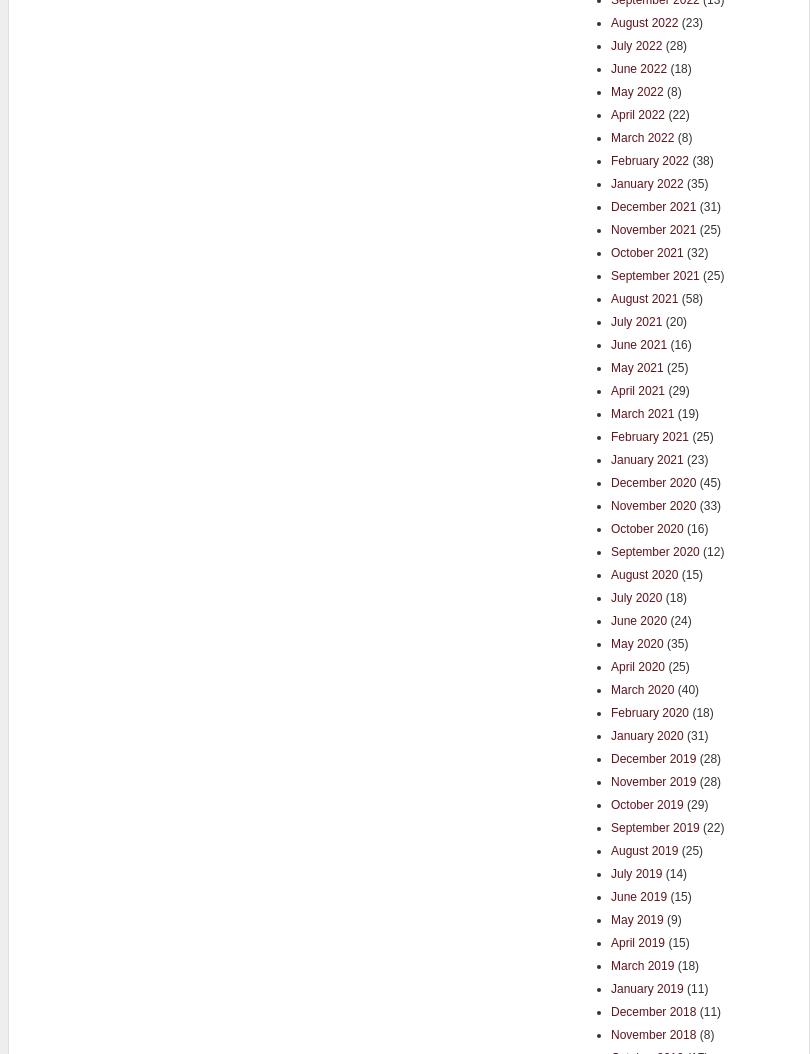  I want to click on 'February 2022', so click(649, 158).